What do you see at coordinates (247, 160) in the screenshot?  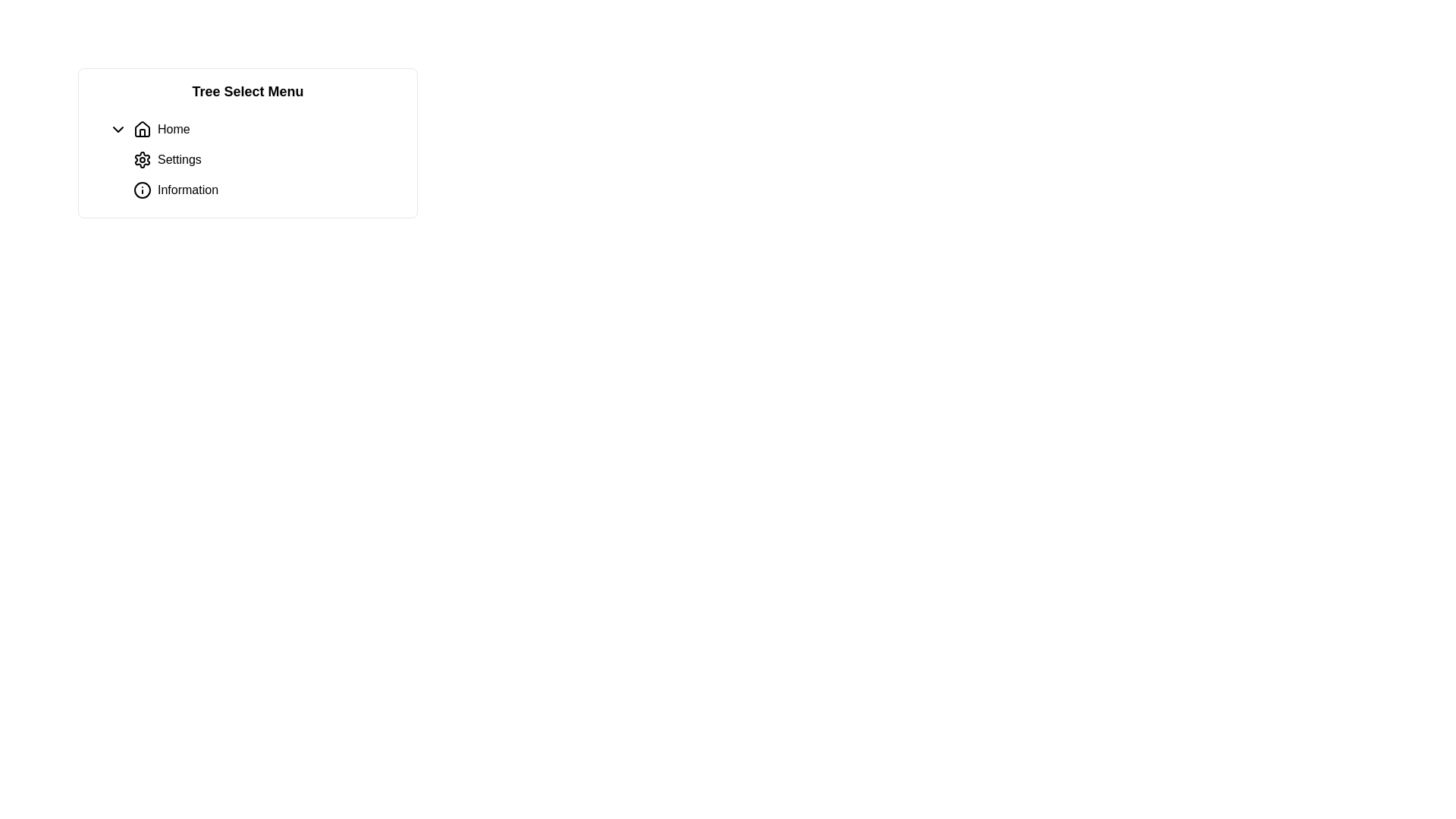 I see `the 'Settings' menu item in the Tree Select Menu, which is the second item in the vertical list of options` at bounding box center [247, 160].